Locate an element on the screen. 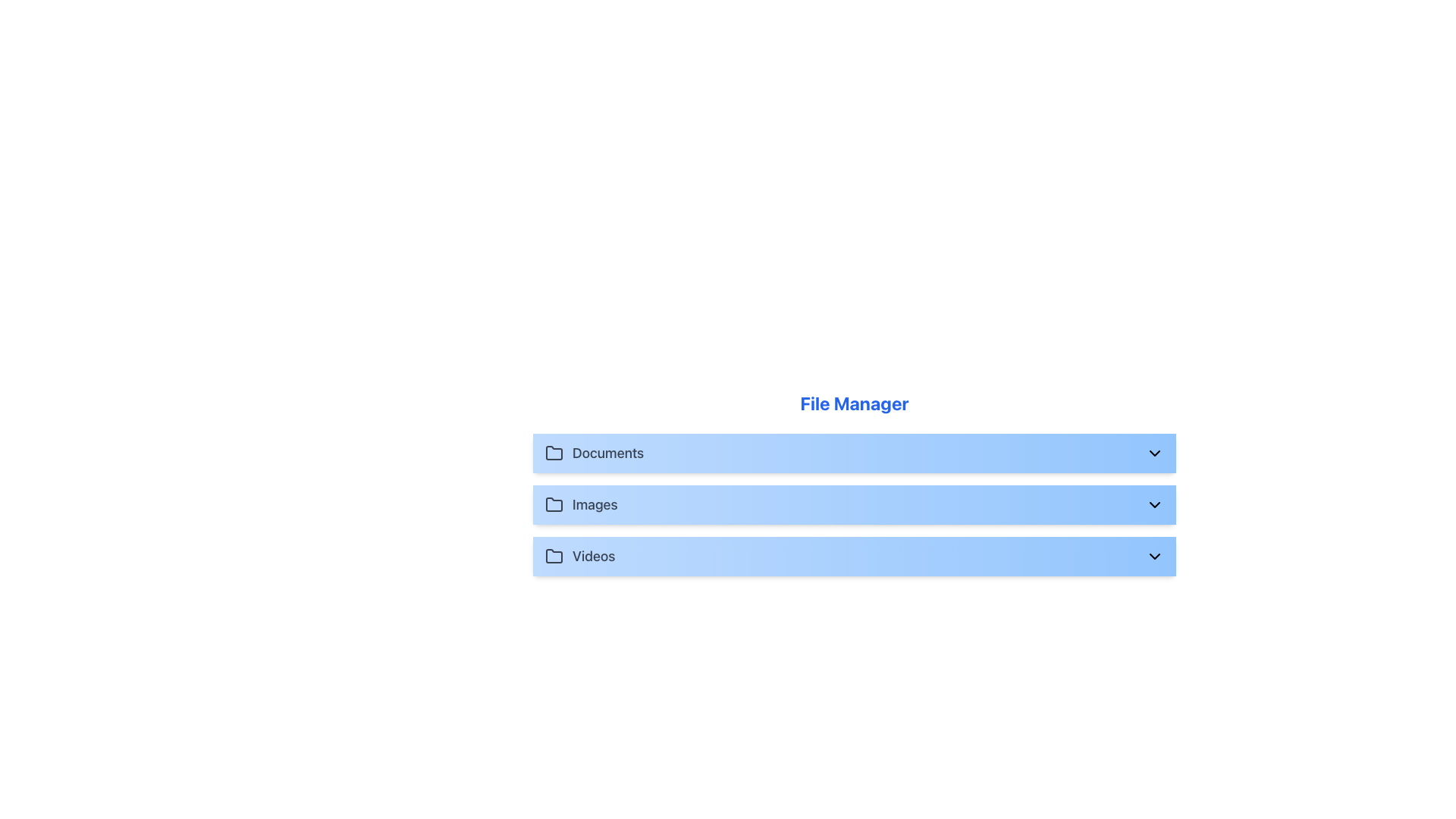 This screenshot has height=819, width=1456. the 'Videos' label, which is displayed in medium gray font and represents a section in a vertical list of folders is located at coordinates (593, 556).